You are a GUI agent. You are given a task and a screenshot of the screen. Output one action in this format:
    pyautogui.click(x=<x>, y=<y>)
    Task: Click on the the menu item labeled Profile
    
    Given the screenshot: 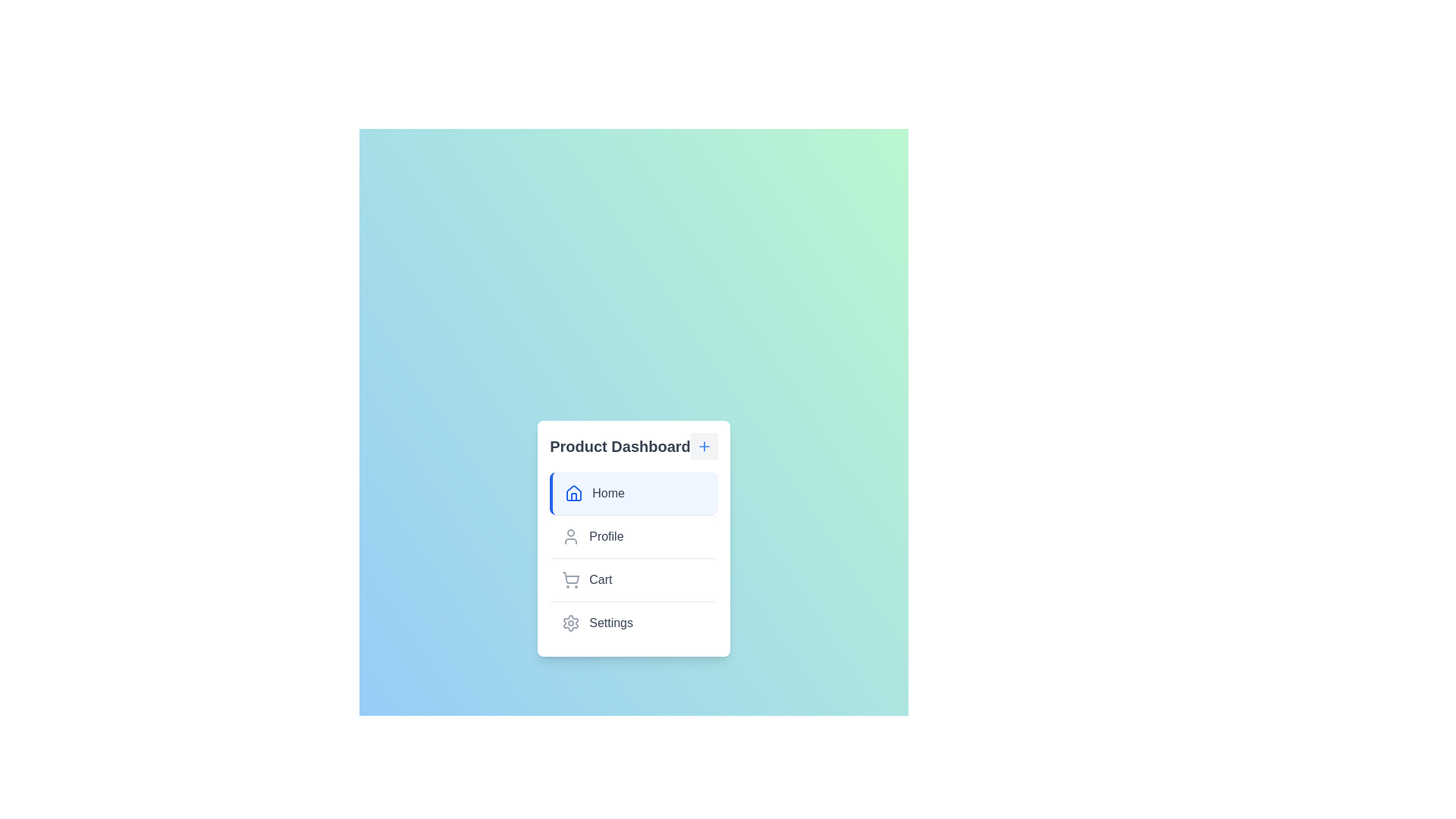 What is the action you would take?
    pyautogui.click(x=633, y=535)
    